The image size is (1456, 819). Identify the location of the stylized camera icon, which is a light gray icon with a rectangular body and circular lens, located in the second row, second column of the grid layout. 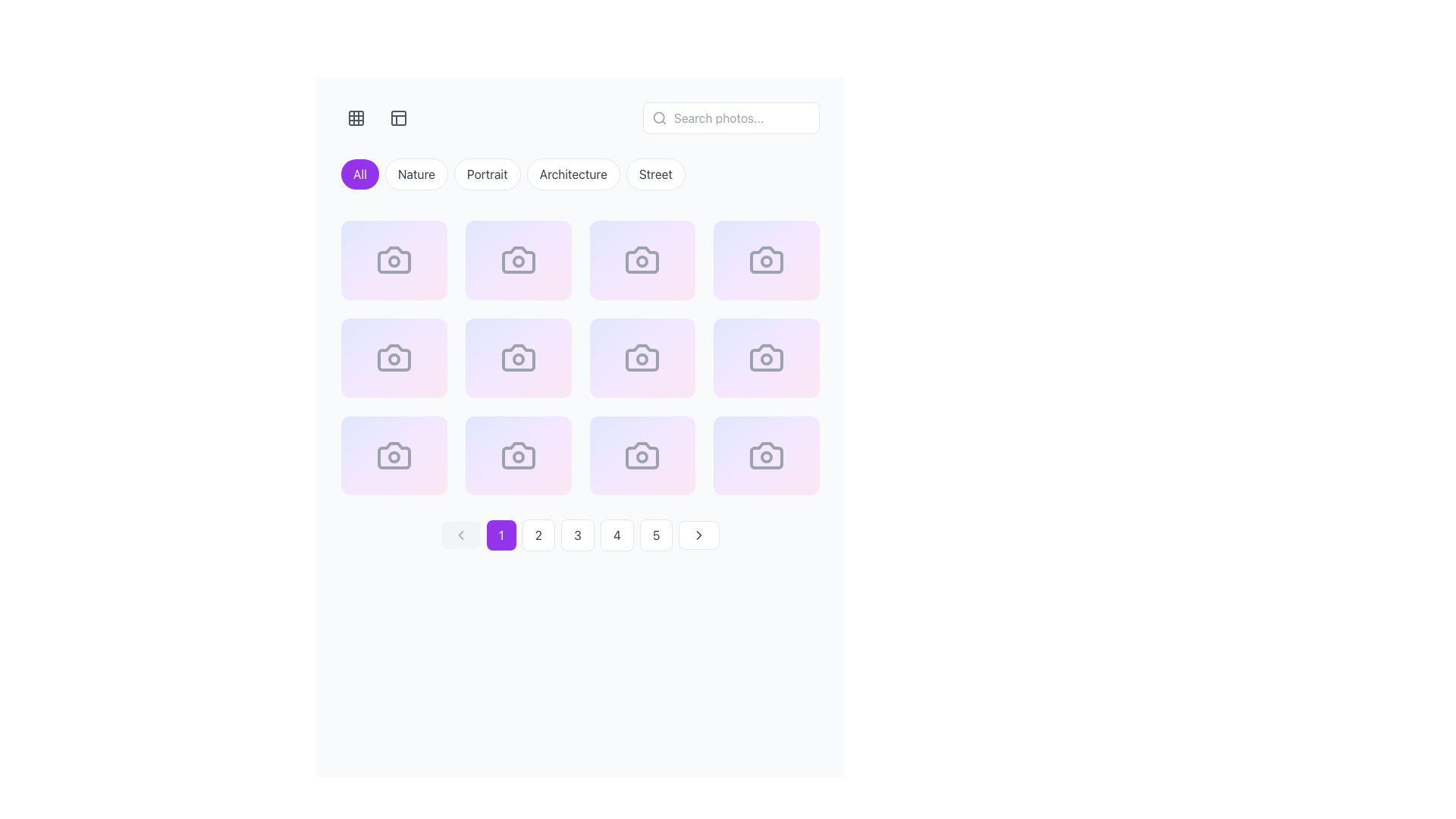
(518, 455).